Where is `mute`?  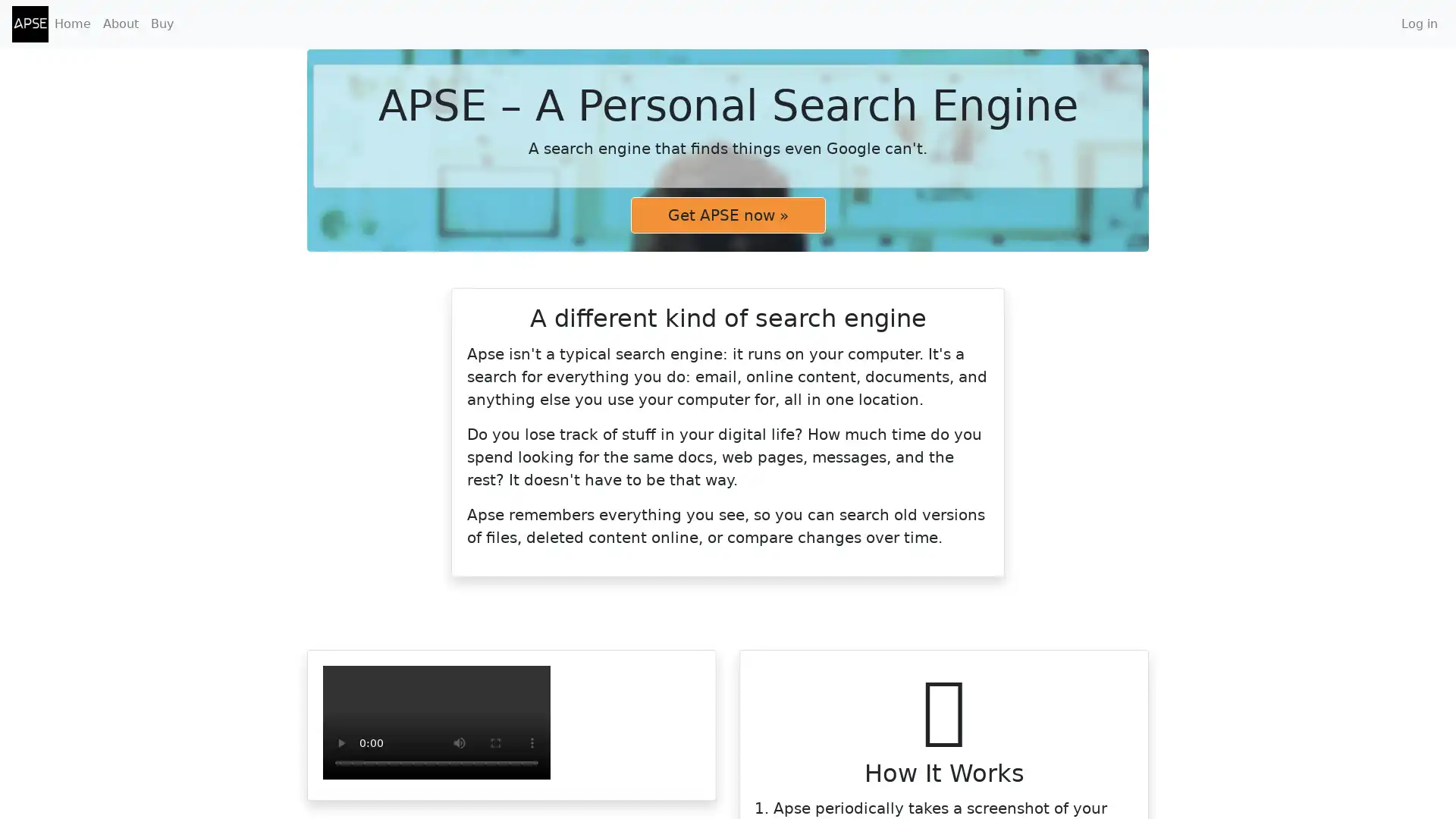 mute is located at coordinates (458, 742).